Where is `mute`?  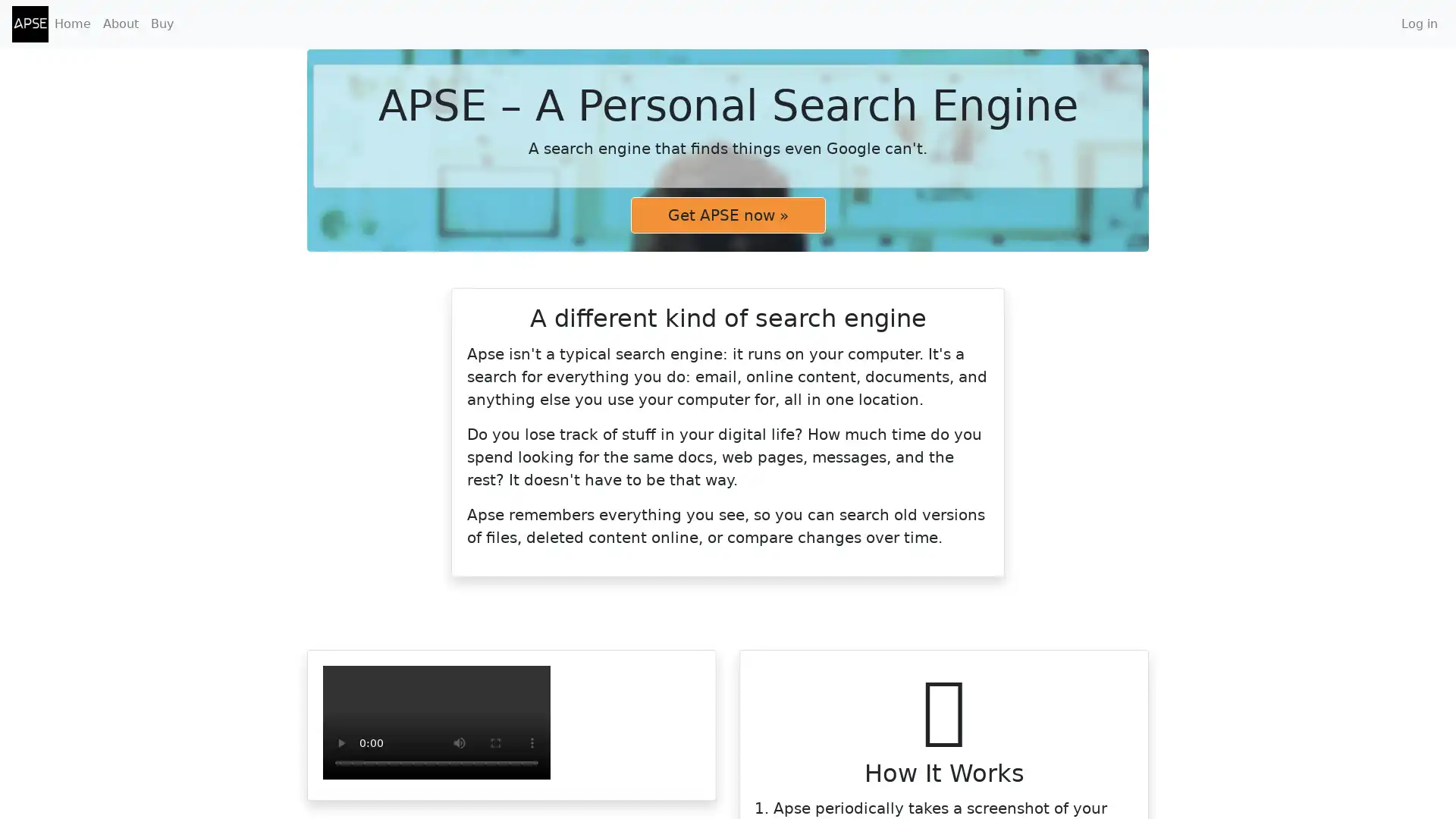 mute is located at coordinates (458, 742).